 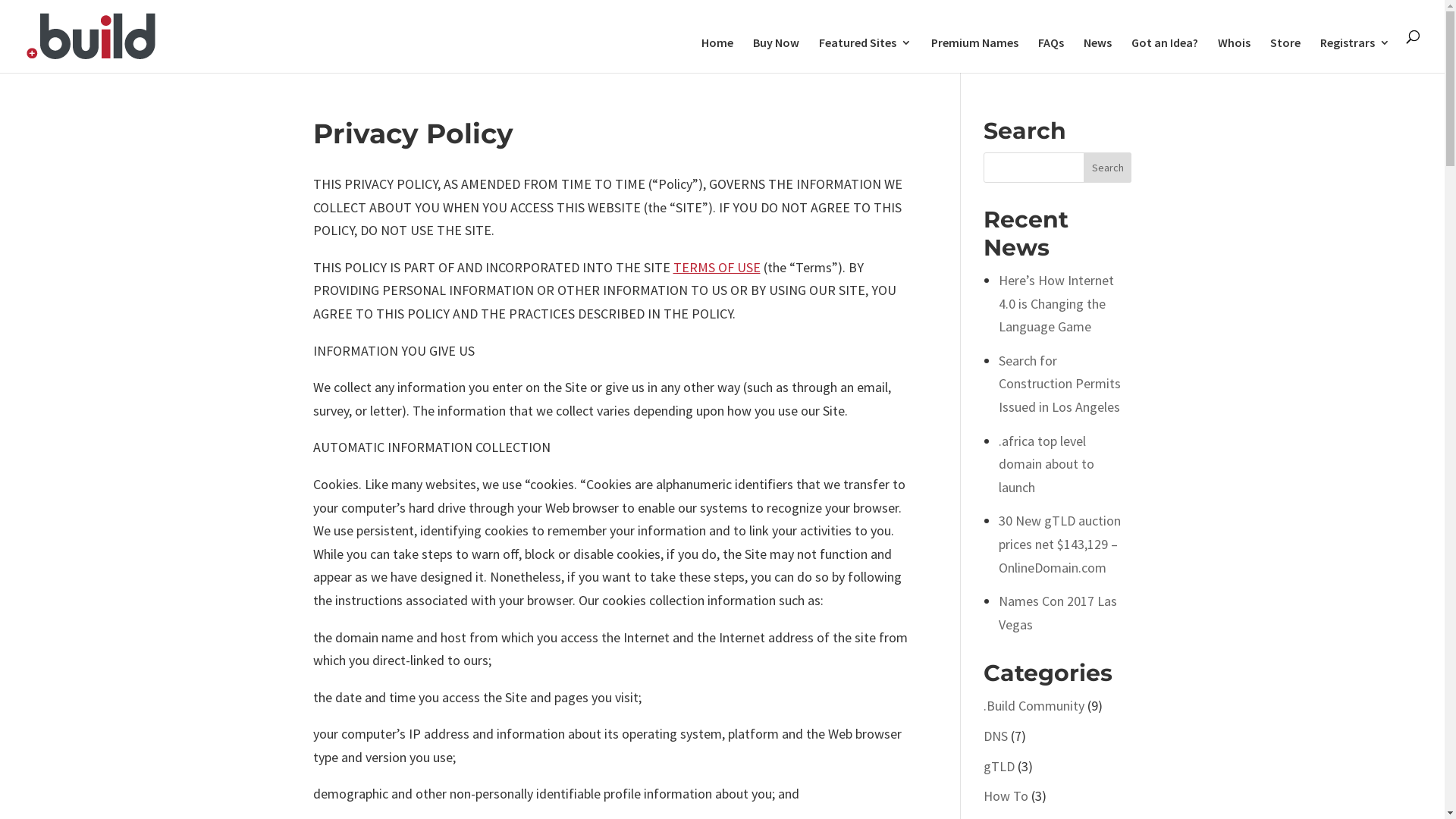 I want to click on 'Featured Sites', so click(x=865, y=54).